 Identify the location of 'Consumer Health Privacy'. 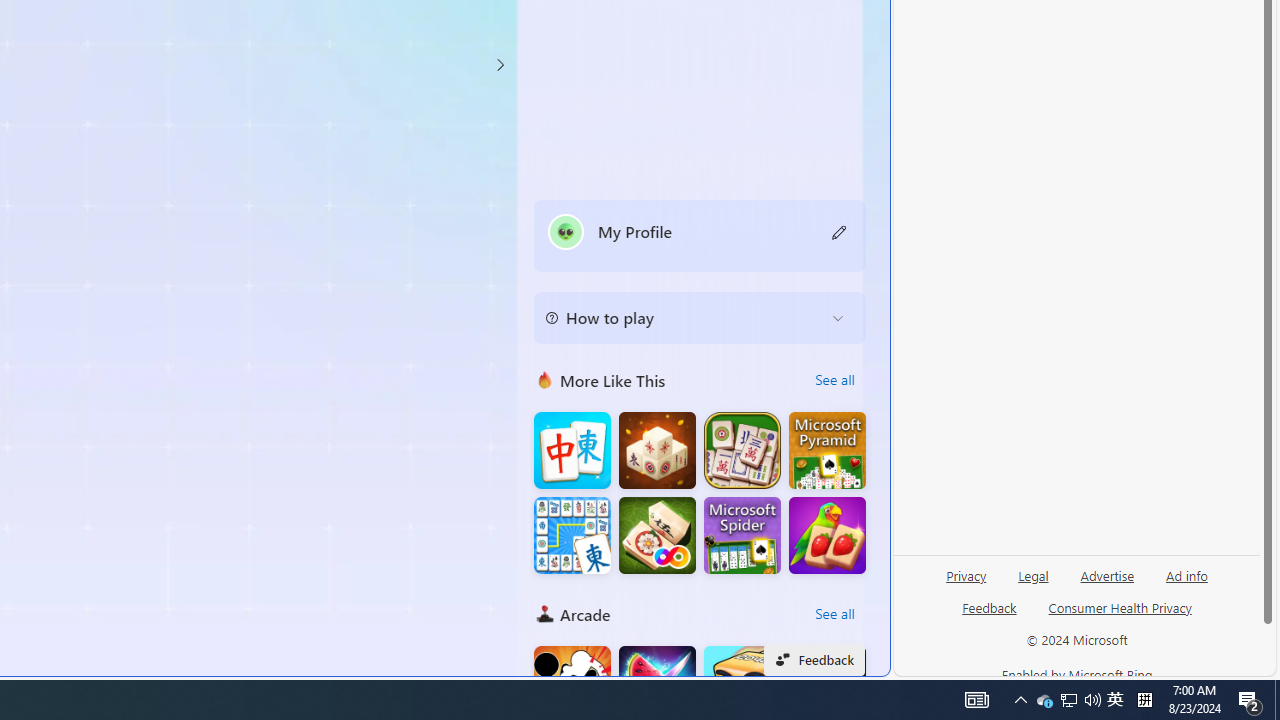
(1120, 606).